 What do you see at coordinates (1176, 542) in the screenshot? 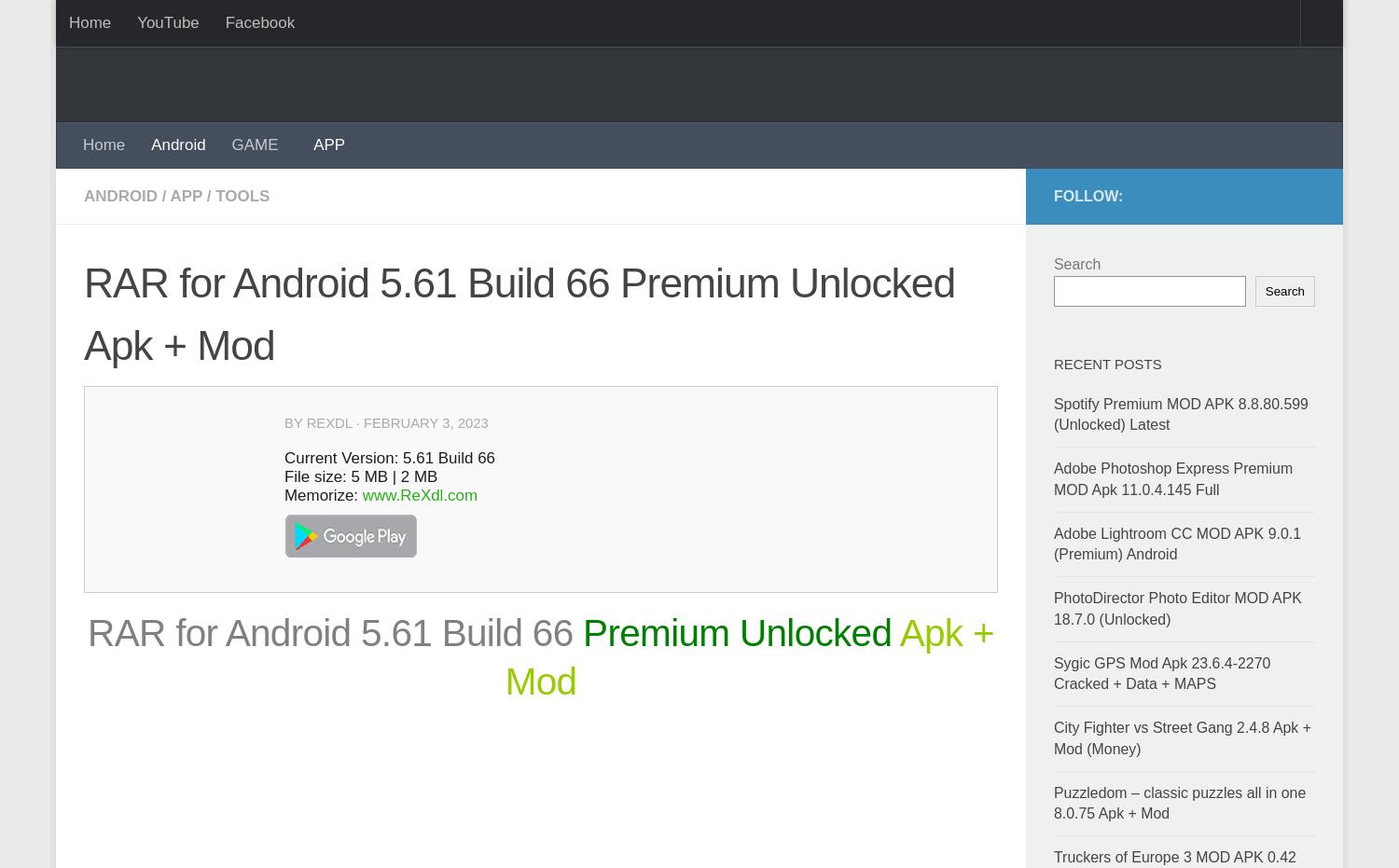
I see `'Adobe Lightroom CC MOD APK 9.0.1 (Premium) Android'` at bounding box center [1176, 542].